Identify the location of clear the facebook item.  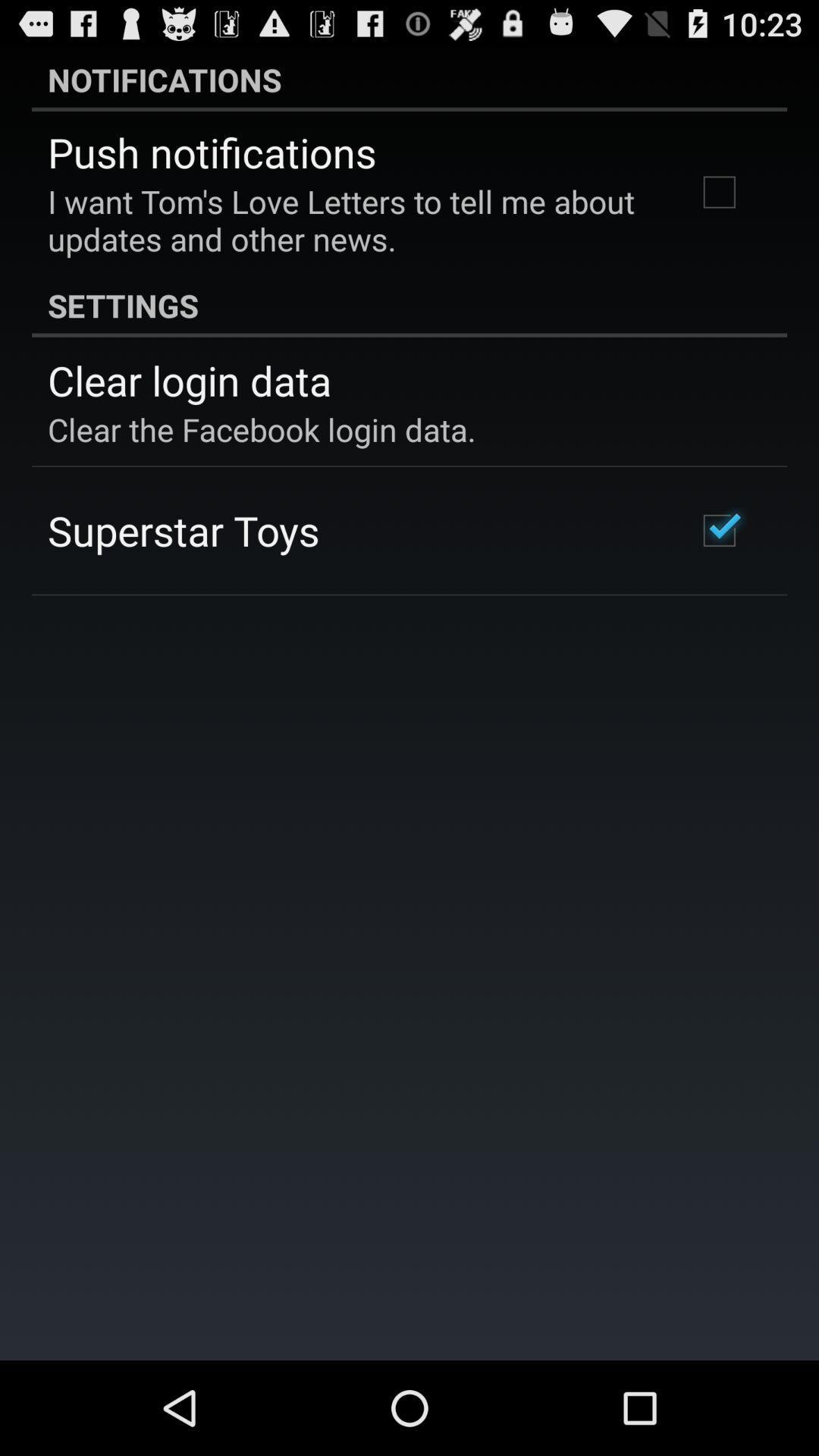
(261, 428).